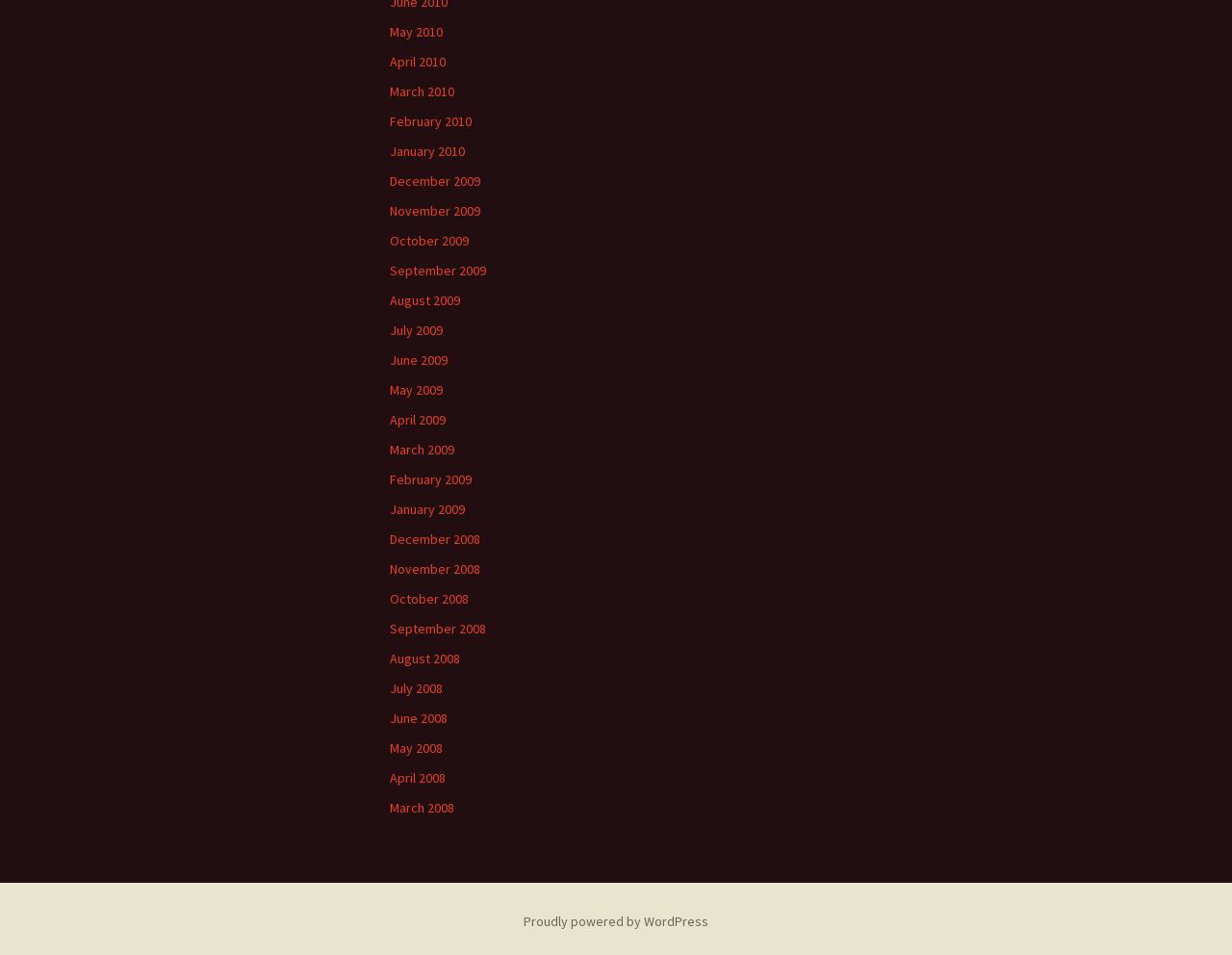 Image resolution: width=1232 pixels, height=955 pixels. What do you see at coordinates (421, 807) in the screenshot?
I see `'March 2008'` at bounding box center [421, 807].